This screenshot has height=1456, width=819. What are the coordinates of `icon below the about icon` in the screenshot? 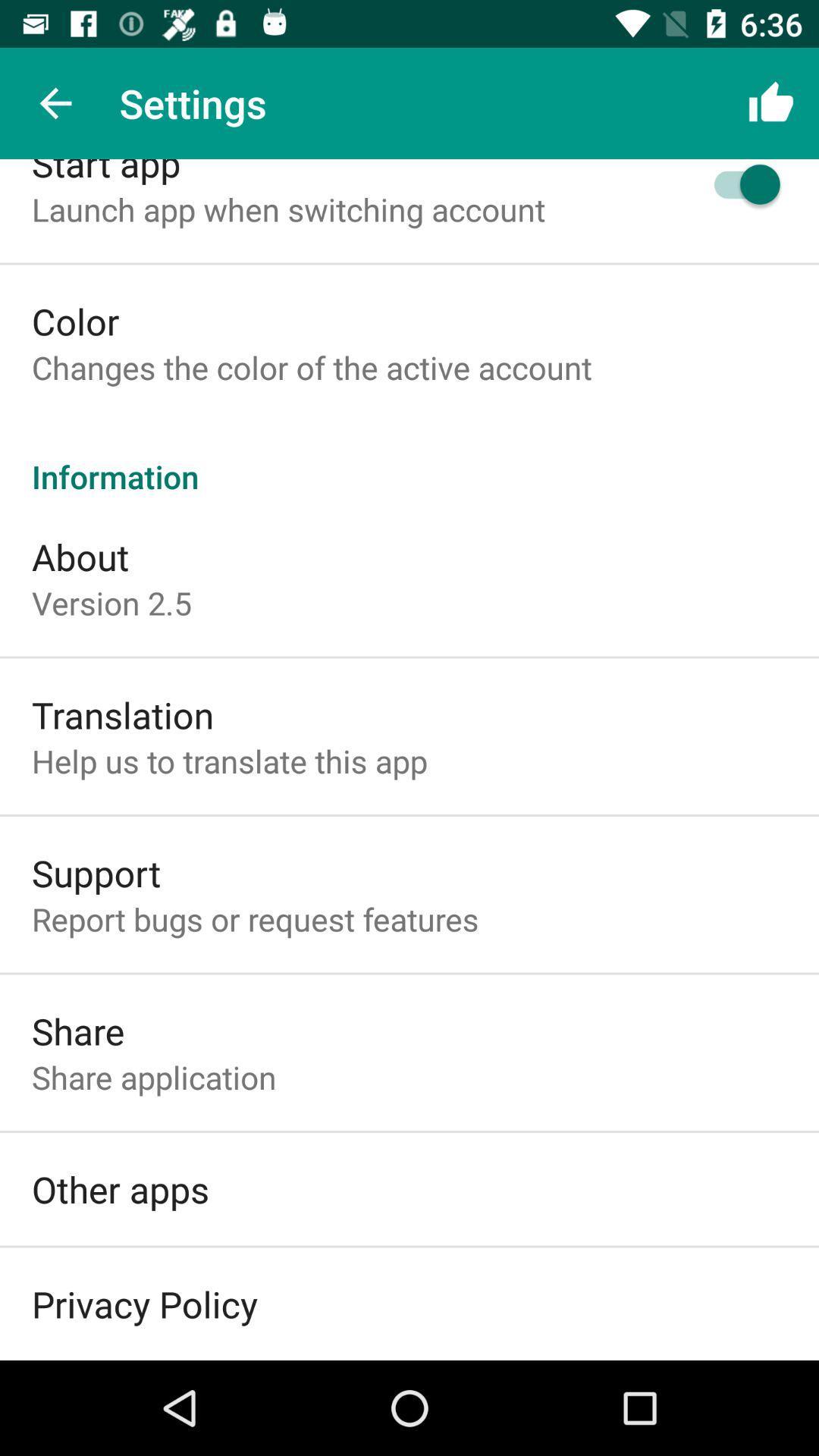 It's located at (111, 602).